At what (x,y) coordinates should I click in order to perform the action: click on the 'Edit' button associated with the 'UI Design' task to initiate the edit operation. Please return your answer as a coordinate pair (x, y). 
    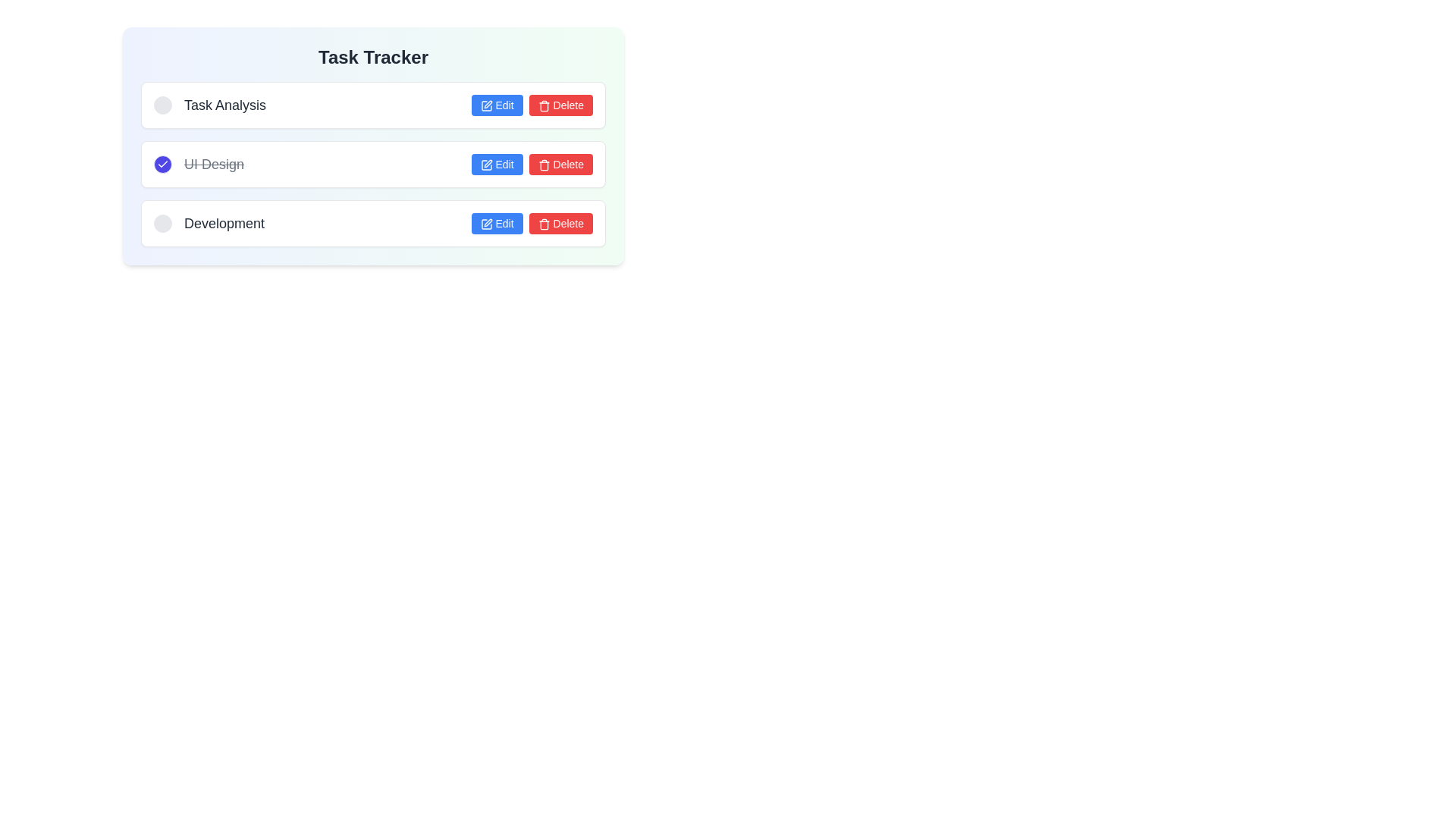
    Looking at the image, I should click on (486, 105).